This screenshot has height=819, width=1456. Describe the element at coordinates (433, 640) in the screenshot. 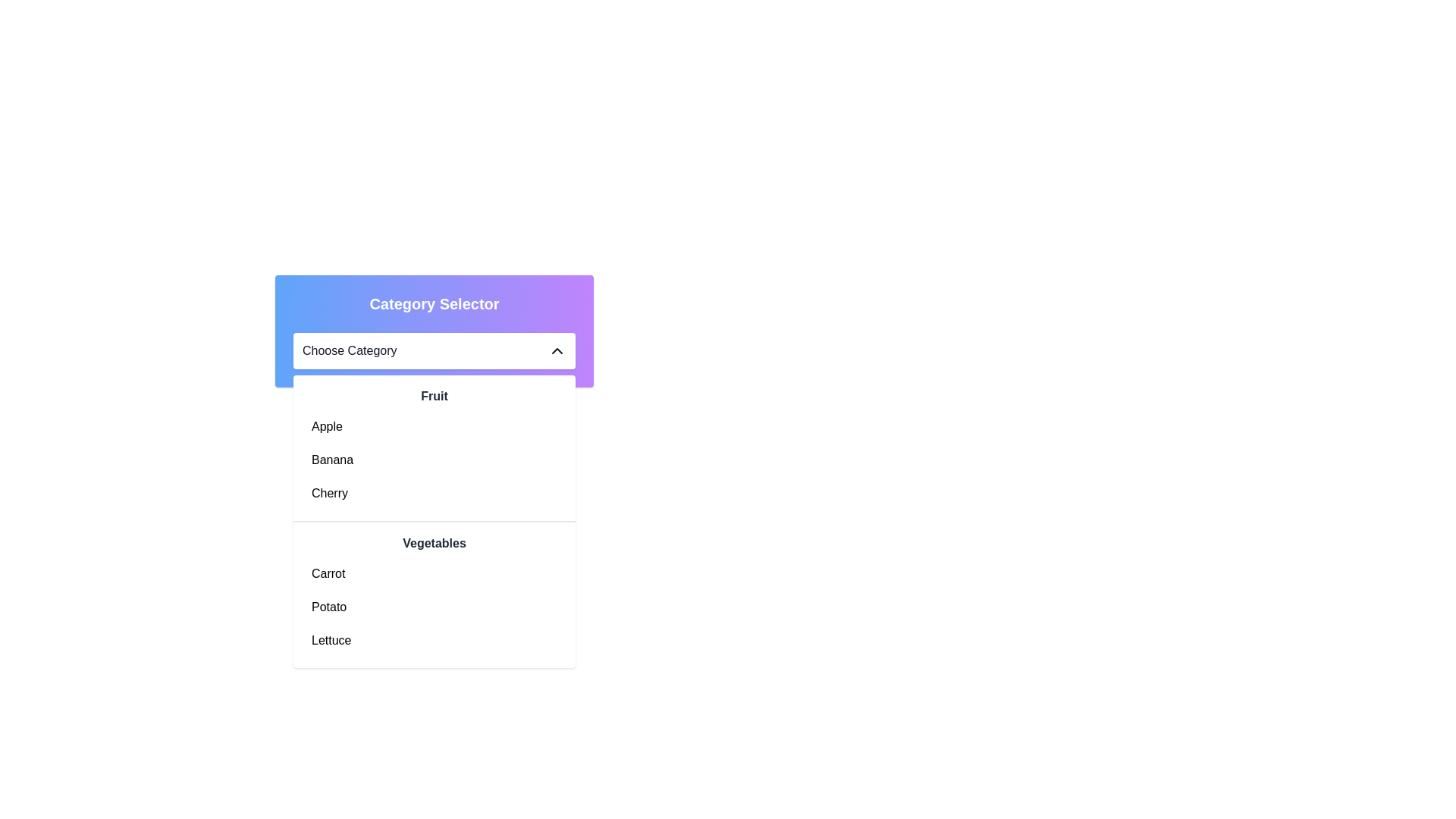

I see `the selectable list item labeled 'Lettuce'` at that location.